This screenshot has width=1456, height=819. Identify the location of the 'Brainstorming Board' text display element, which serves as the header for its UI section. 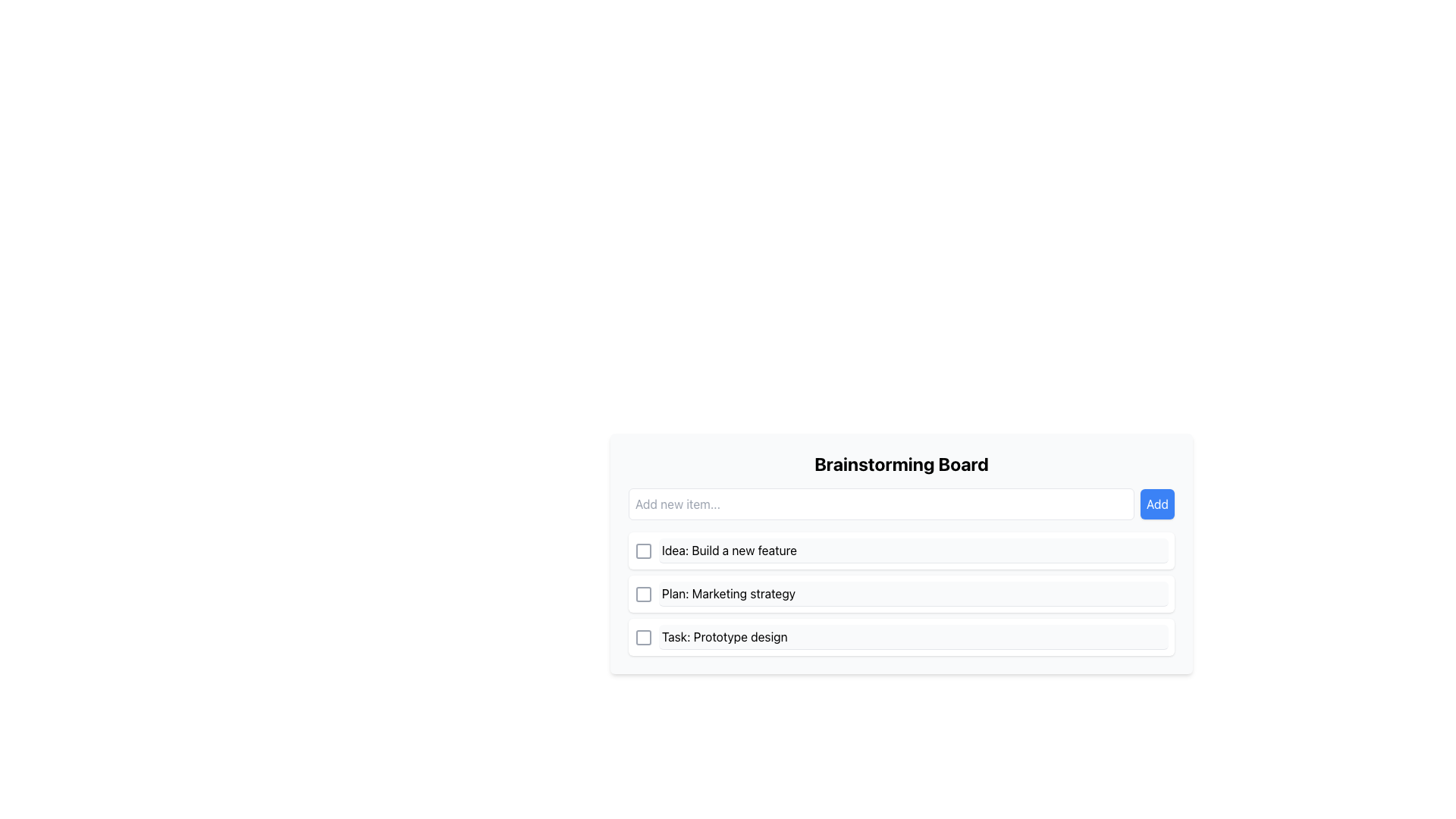
(902, 463).